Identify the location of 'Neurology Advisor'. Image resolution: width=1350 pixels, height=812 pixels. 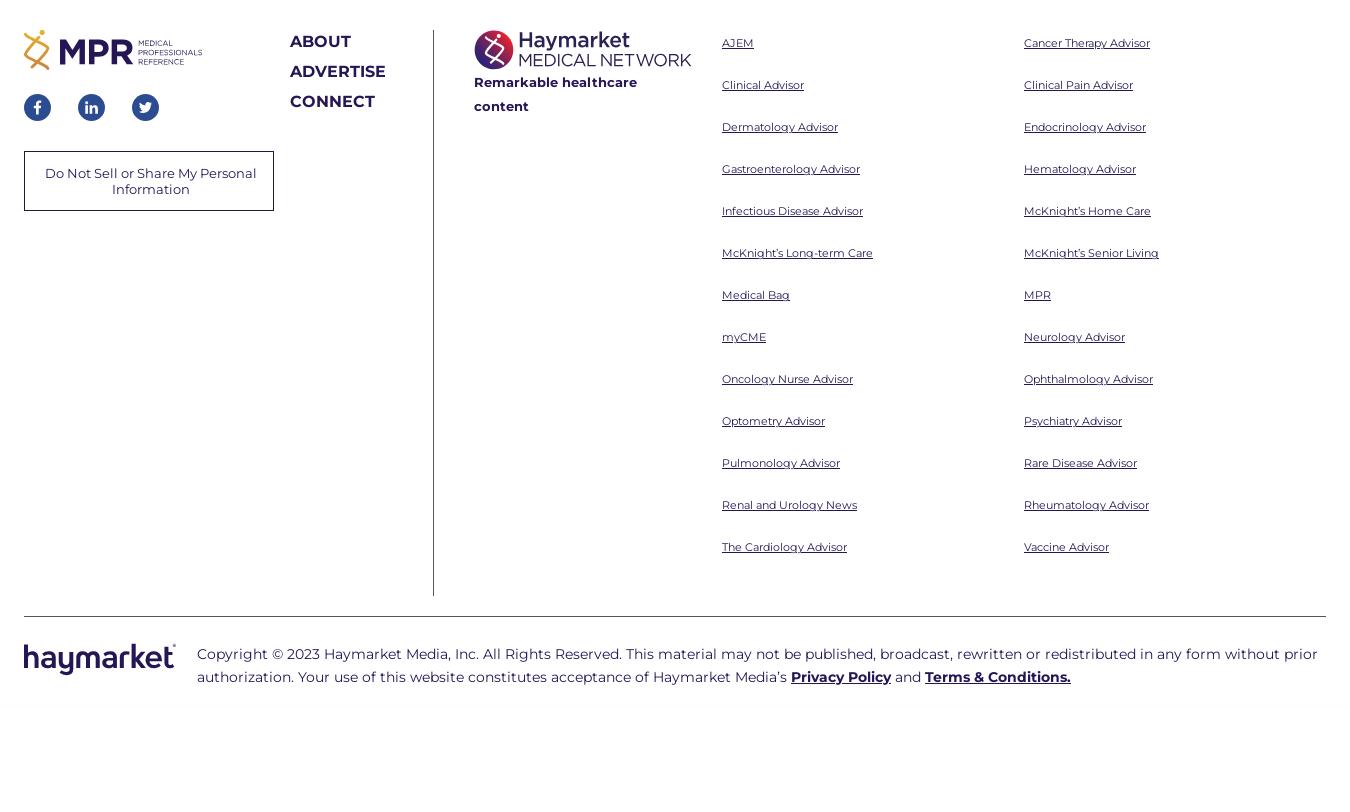
(1074, 64).